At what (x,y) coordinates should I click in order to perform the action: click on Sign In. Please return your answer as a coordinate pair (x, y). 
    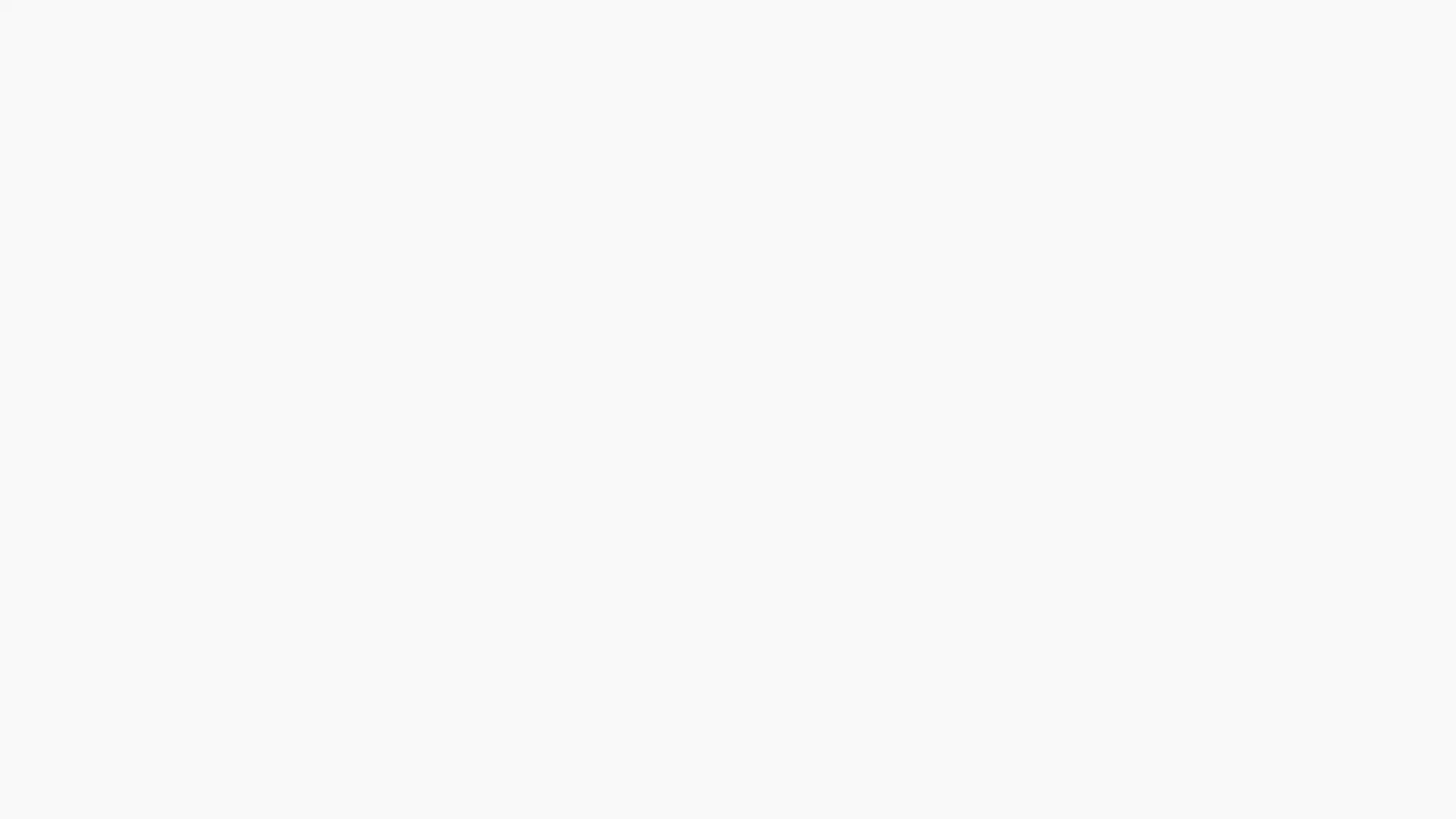
    Looking at the image, I should click on (188, 219).